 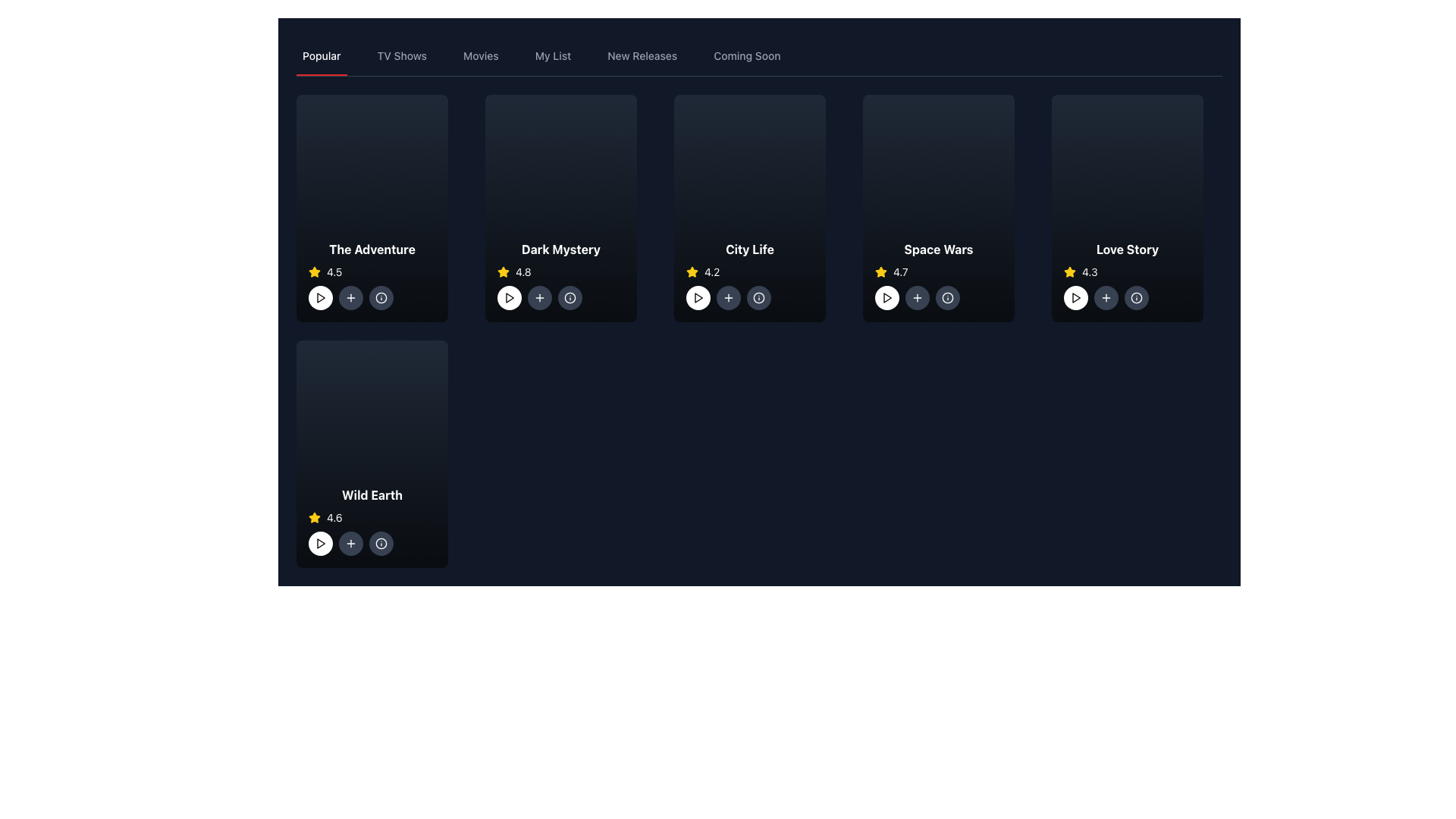 What do you see at coordinates (319, 298) in the screenshot?
I see `the triangular play icon with a black border and fill located in the bottom-left area of the 'The Adventure' card in the 'Popular' section` at bounding box center [319, 298].